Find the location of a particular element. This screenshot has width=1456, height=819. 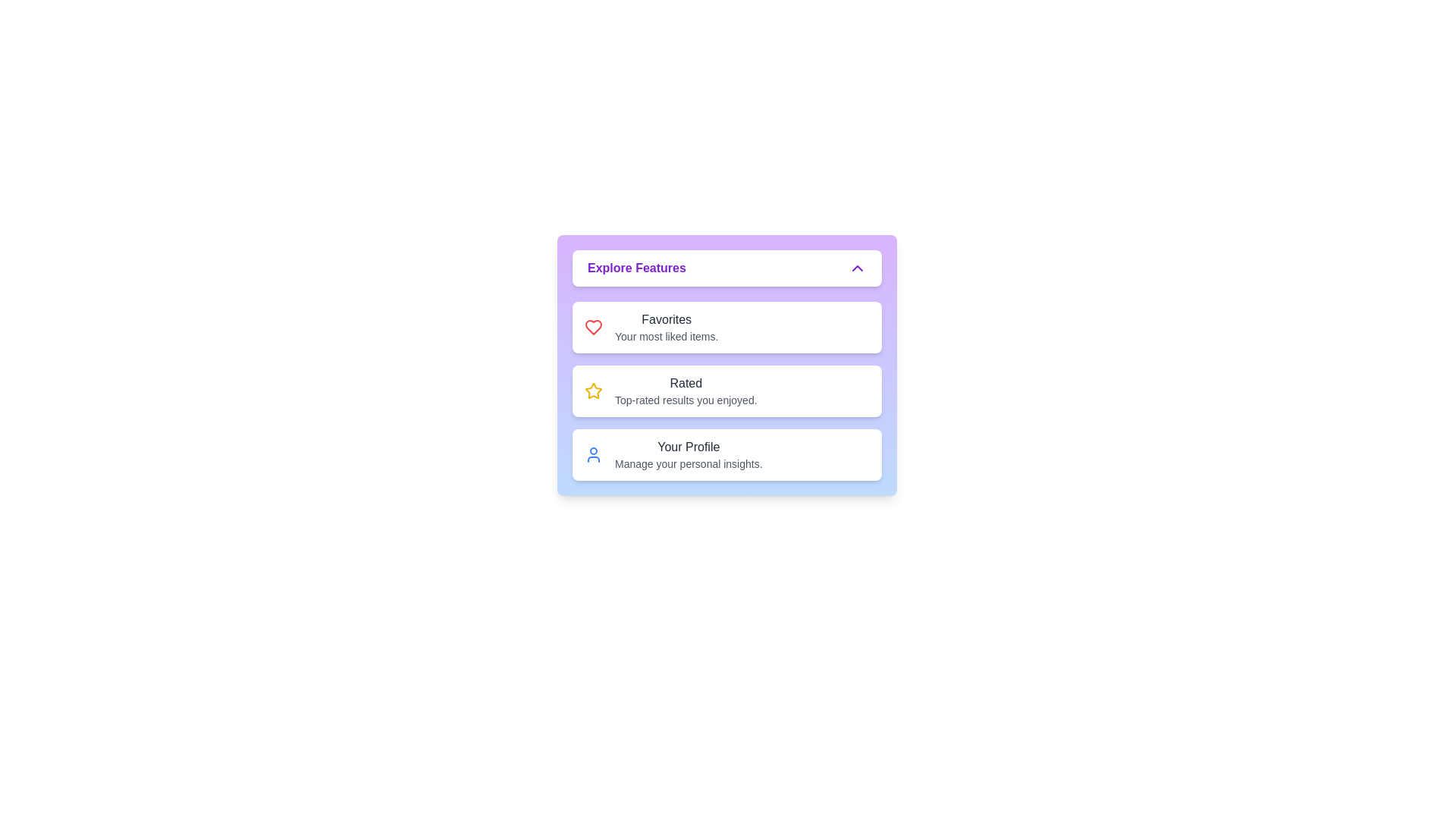

the star icon, which is yellow and has rounded edges, located to the left of the text 'Rated' in the vertically stacked menu is located at coordinates (592, 391).